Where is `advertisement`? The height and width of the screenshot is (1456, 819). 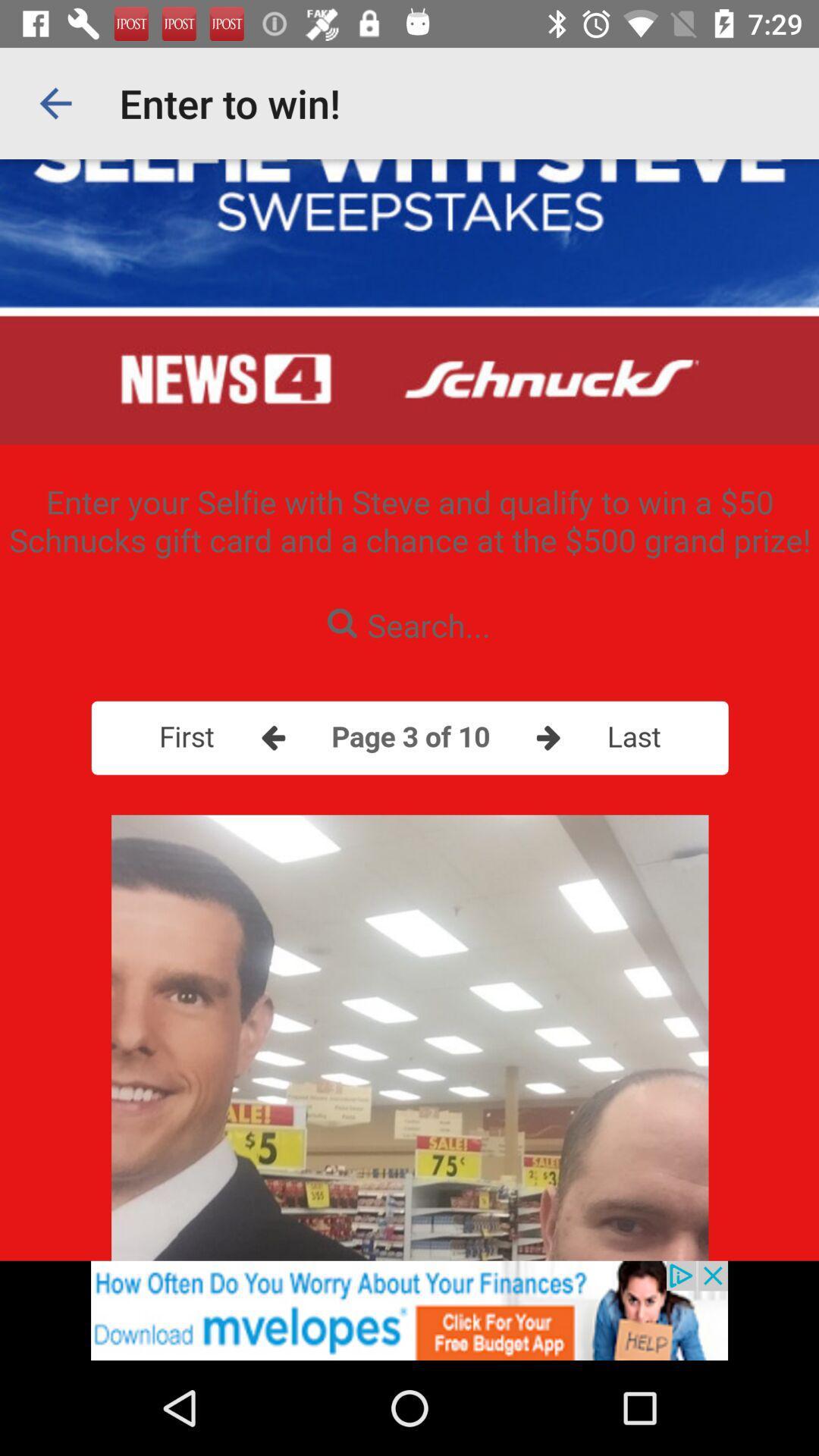 advertisement is located at coordinates (409, 1310).